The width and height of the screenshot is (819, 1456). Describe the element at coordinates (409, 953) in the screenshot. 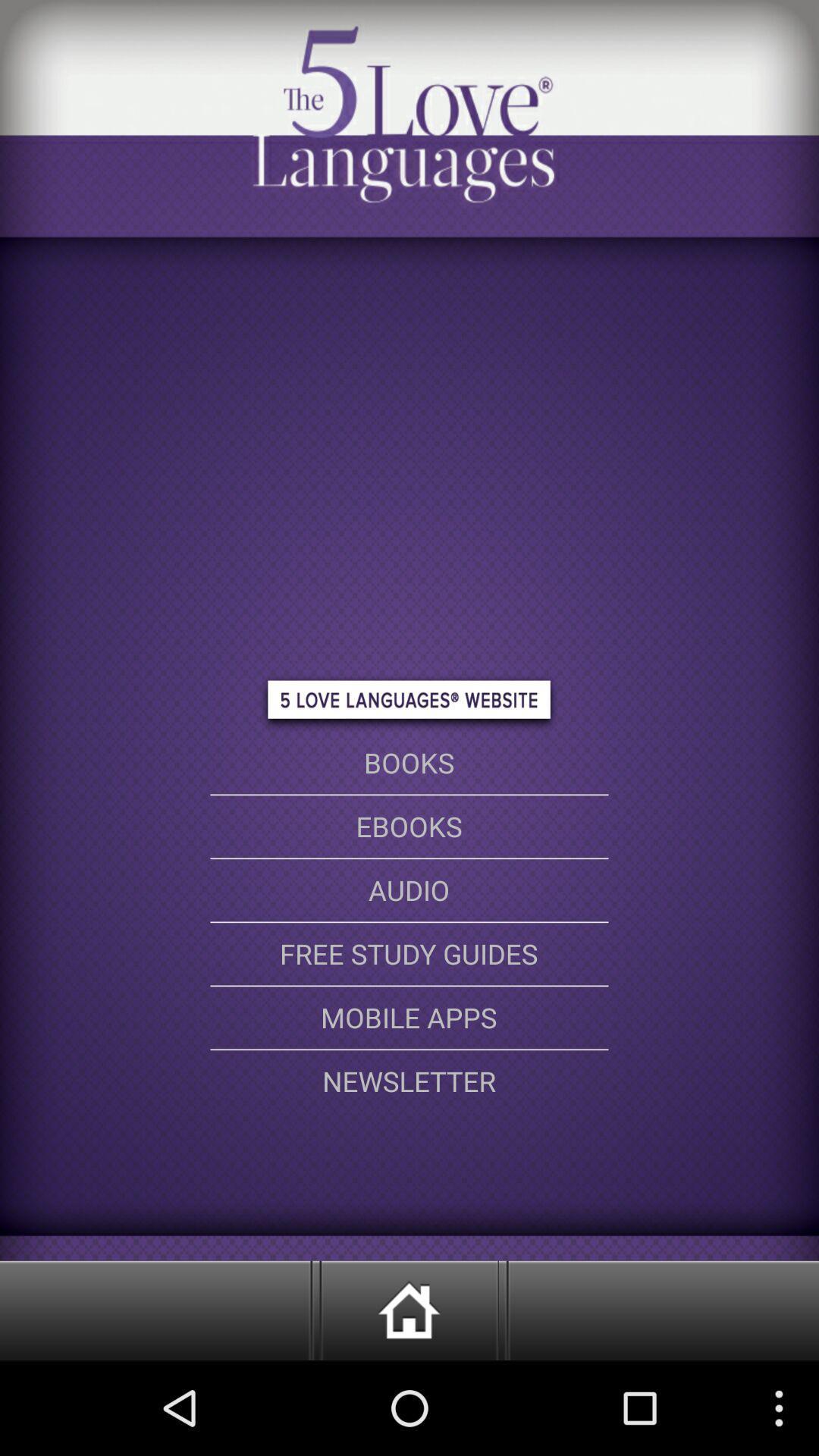

I see `the option which is in between audio and mobile apps` at that location.